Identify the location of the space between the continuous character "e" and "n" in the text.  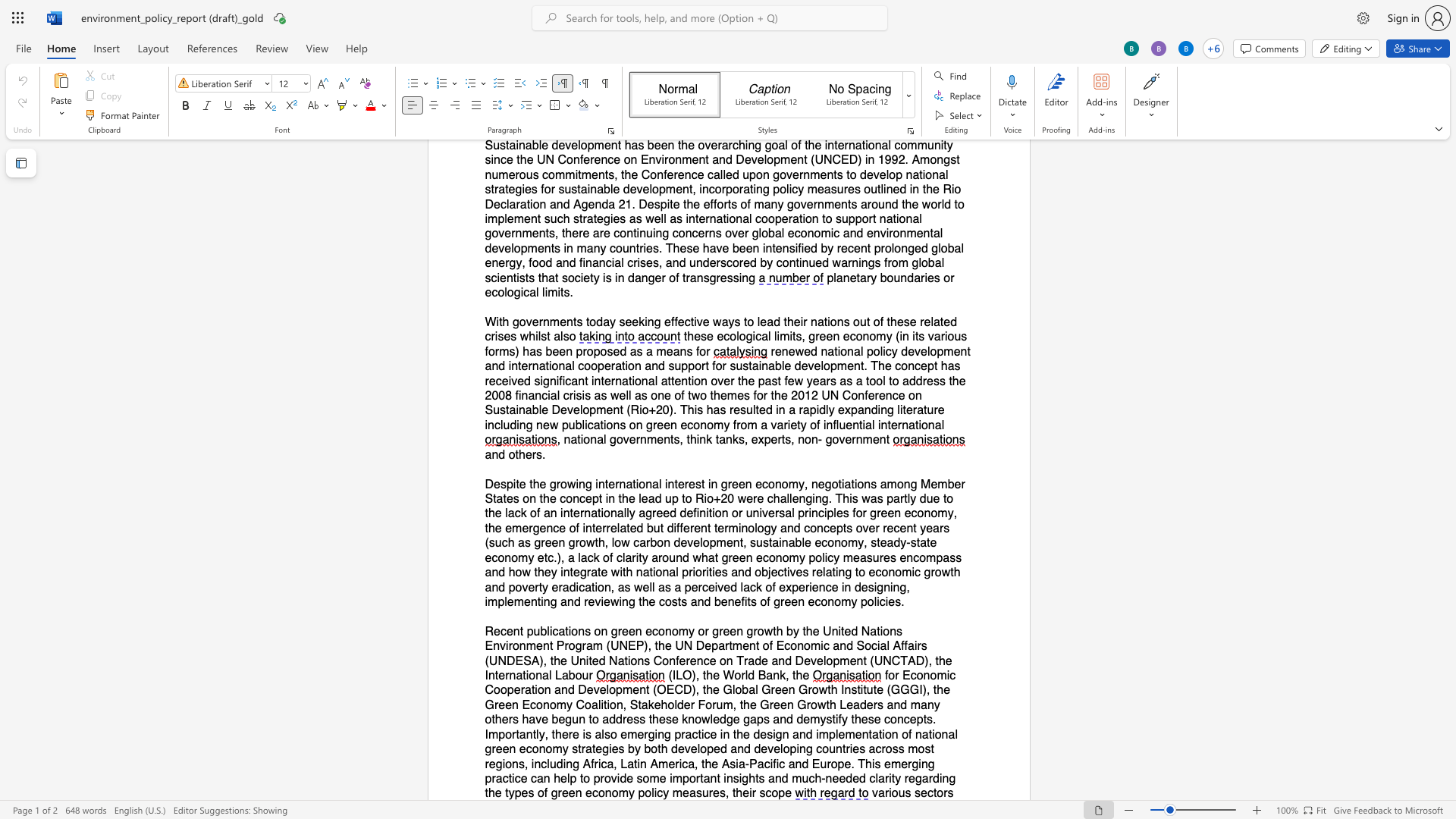
(574, 792).